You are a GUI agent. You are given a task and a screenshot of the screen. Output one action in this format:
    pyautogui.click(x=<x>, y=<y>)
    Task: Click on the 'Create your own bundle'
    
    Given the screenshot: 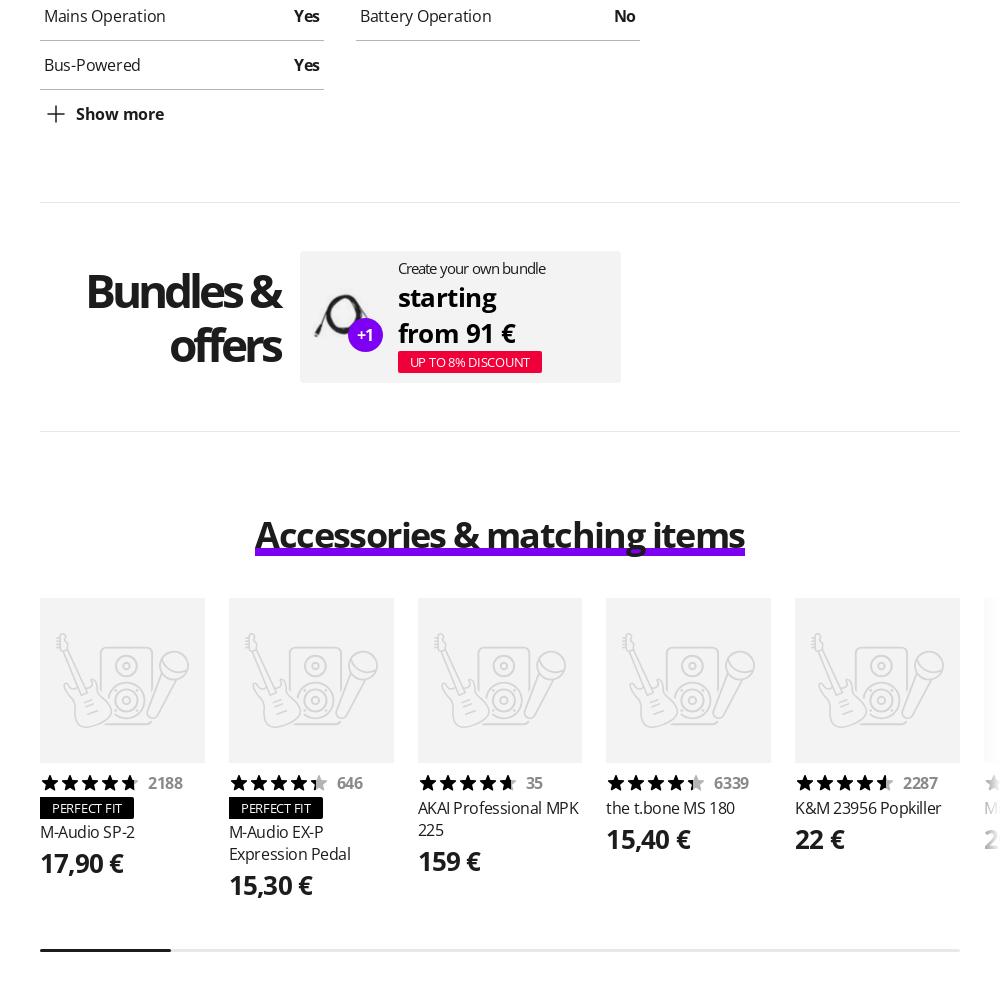 What is the action you would take?
    pyautogui.click(x=397, y=267)
    